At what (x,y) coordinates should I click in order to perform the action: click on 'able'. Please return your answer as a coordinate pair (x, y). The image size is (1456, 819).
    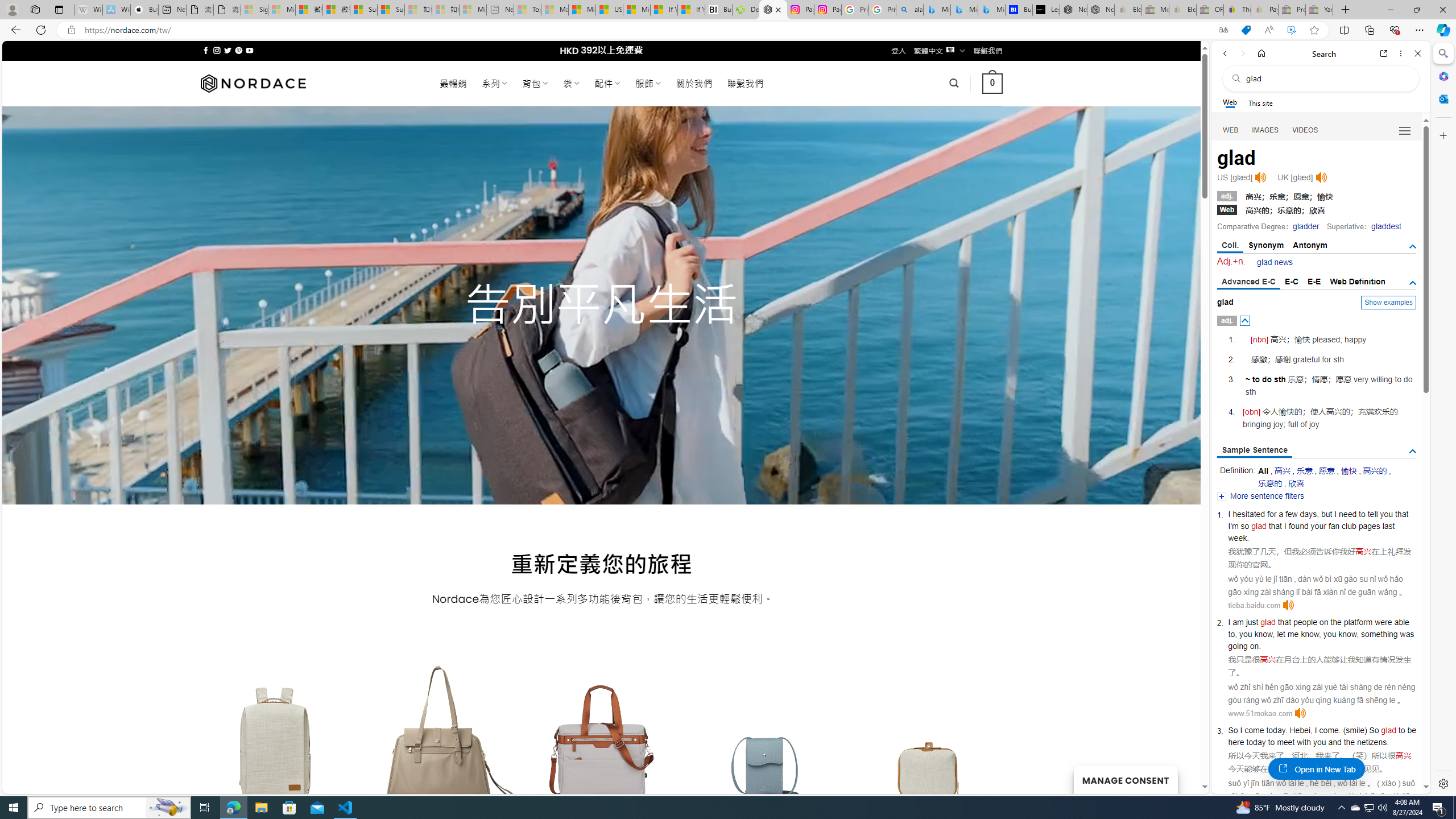
    Looking at the image, I should click on (1401, 621).